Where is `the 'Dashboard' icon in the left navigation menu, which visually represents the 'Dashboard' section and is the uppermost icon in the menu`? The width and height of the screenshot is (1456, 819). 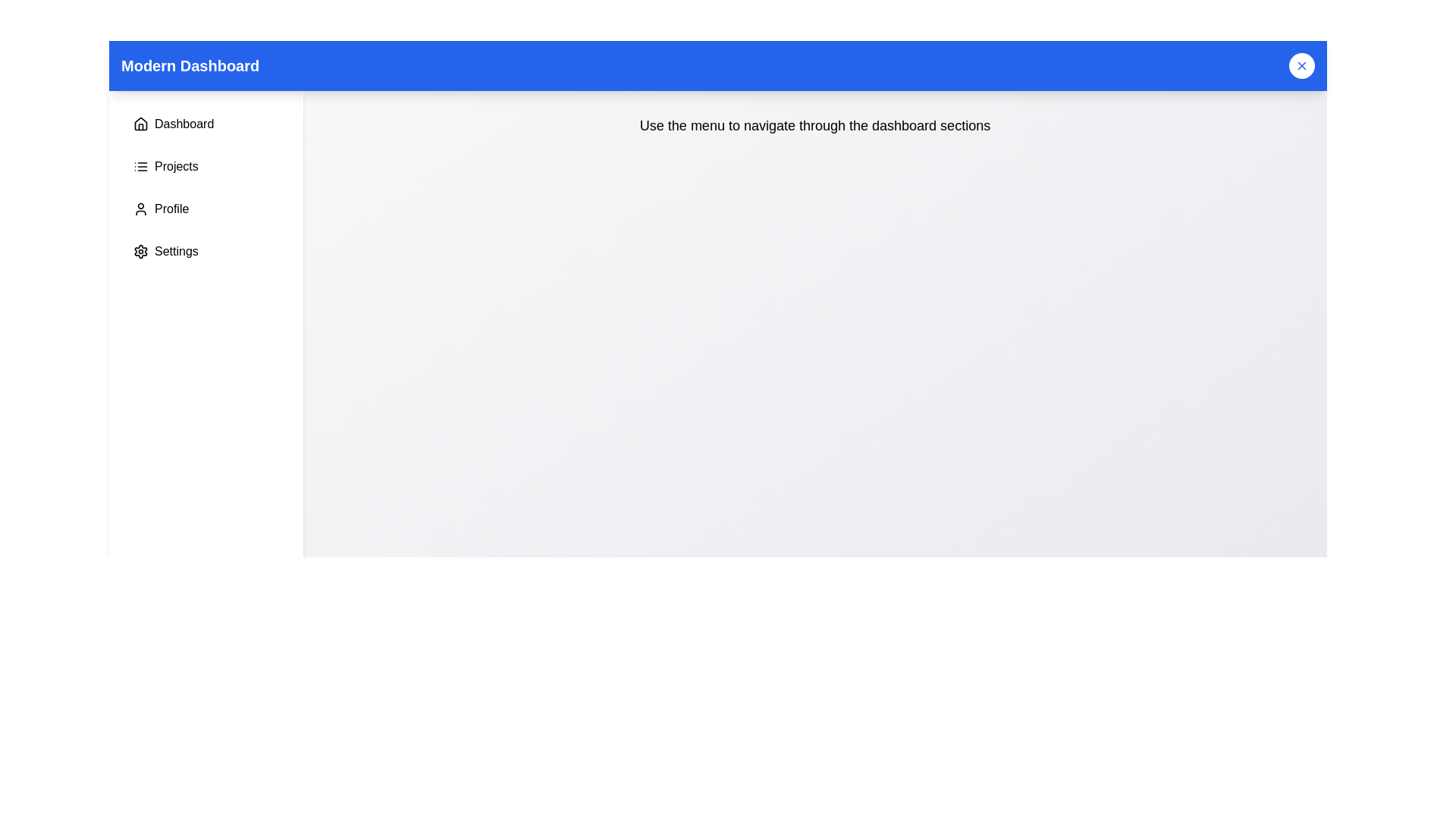 the 'Dashboard' icon in the left navigation menu, which visually represents the 'Dashboard' section and is the uppermost icon in the menu is located at coordinates (141, 122).